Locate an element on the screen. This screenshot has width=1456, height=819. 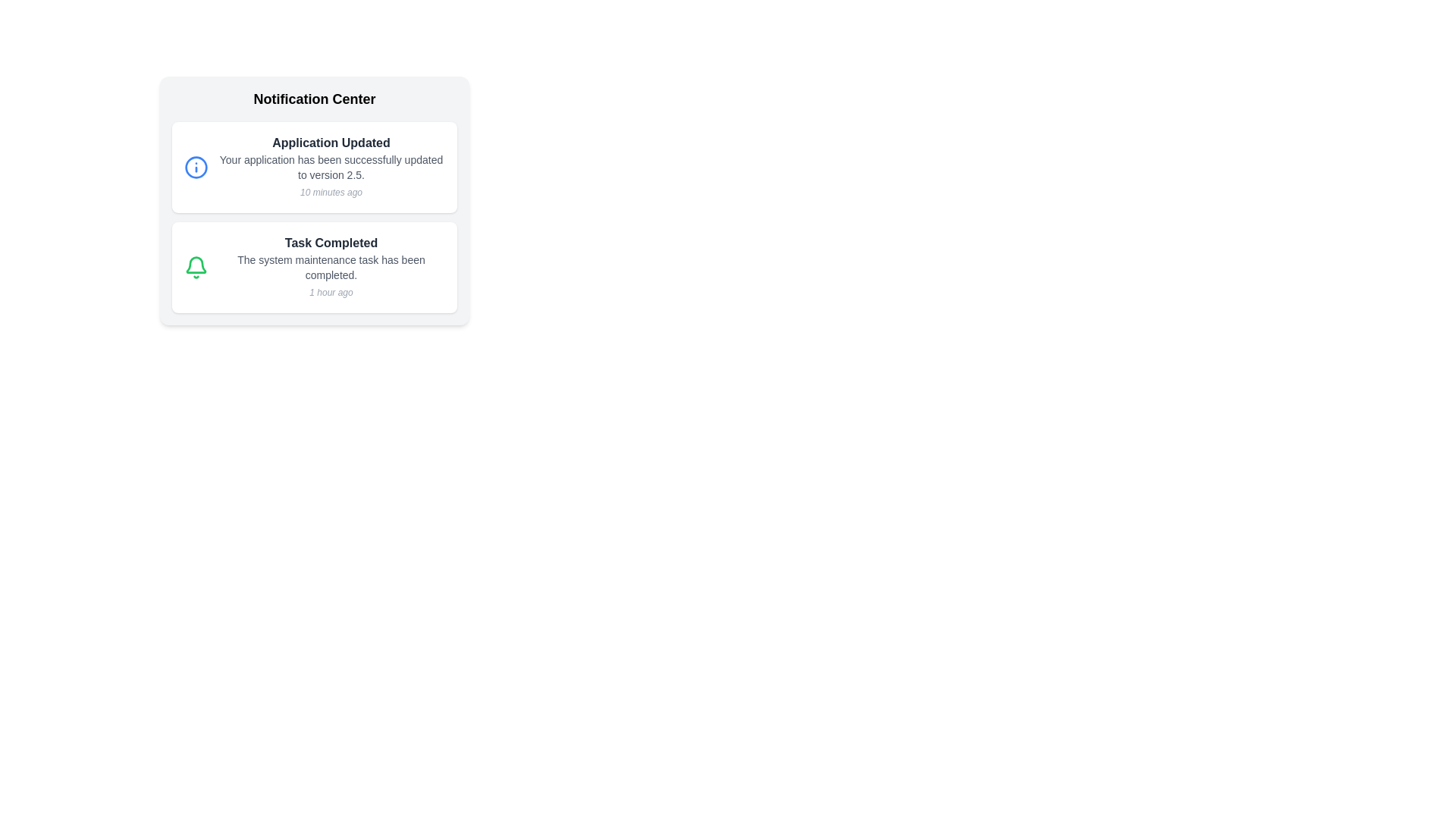
the informational text label indicating successful completion of the system maintenance task, located below the 'Task Completed' header and above the timestamp '1 hour ago' in the second notification card of the Notification Center is located at coordinates (330, 267).